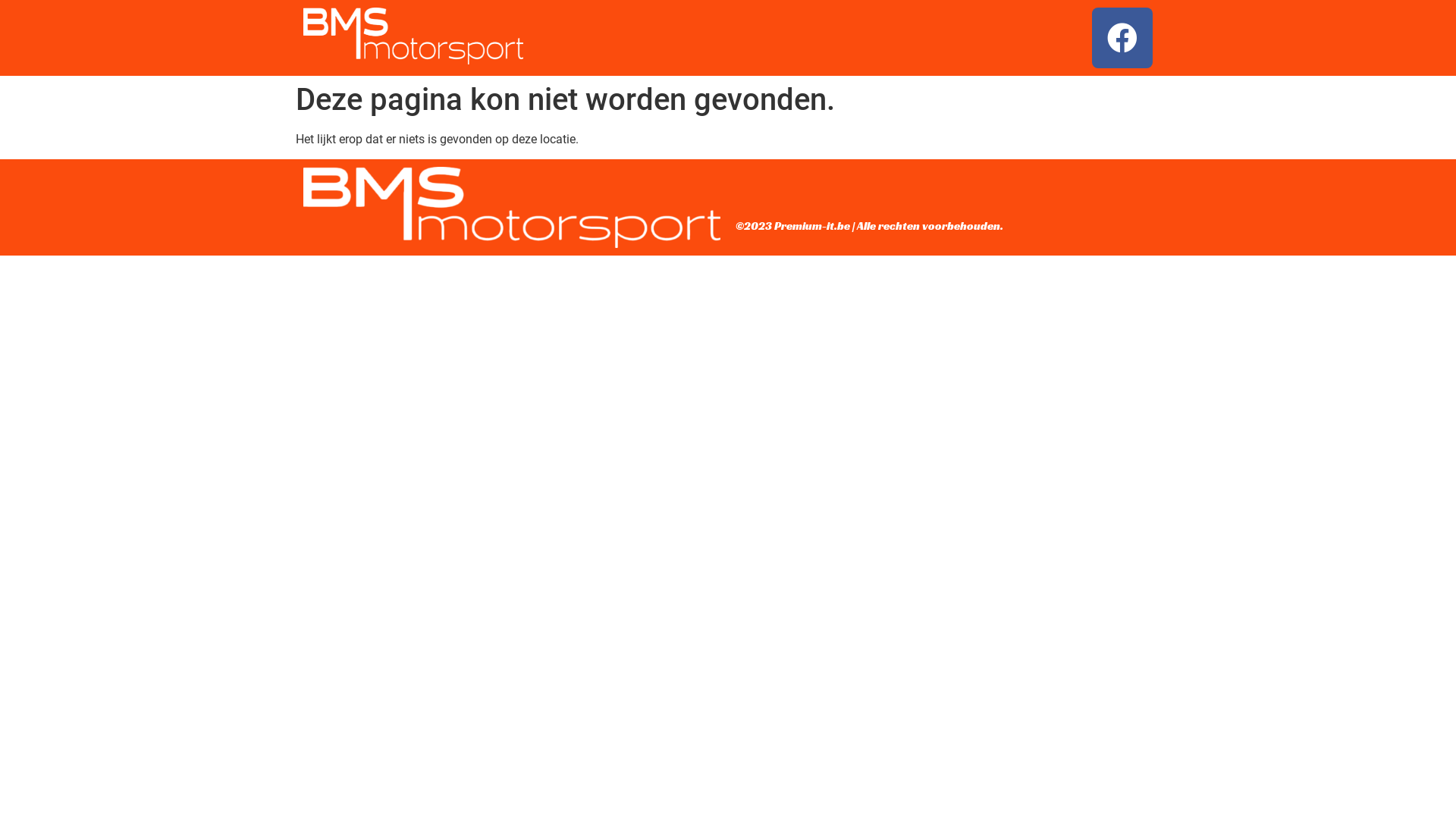 This screenshot has height=819, width=1456. What do you see at coordinates (811, 225) in the screenshot?
I see `'Premium-it.be'` at bounding box center [811, 225].